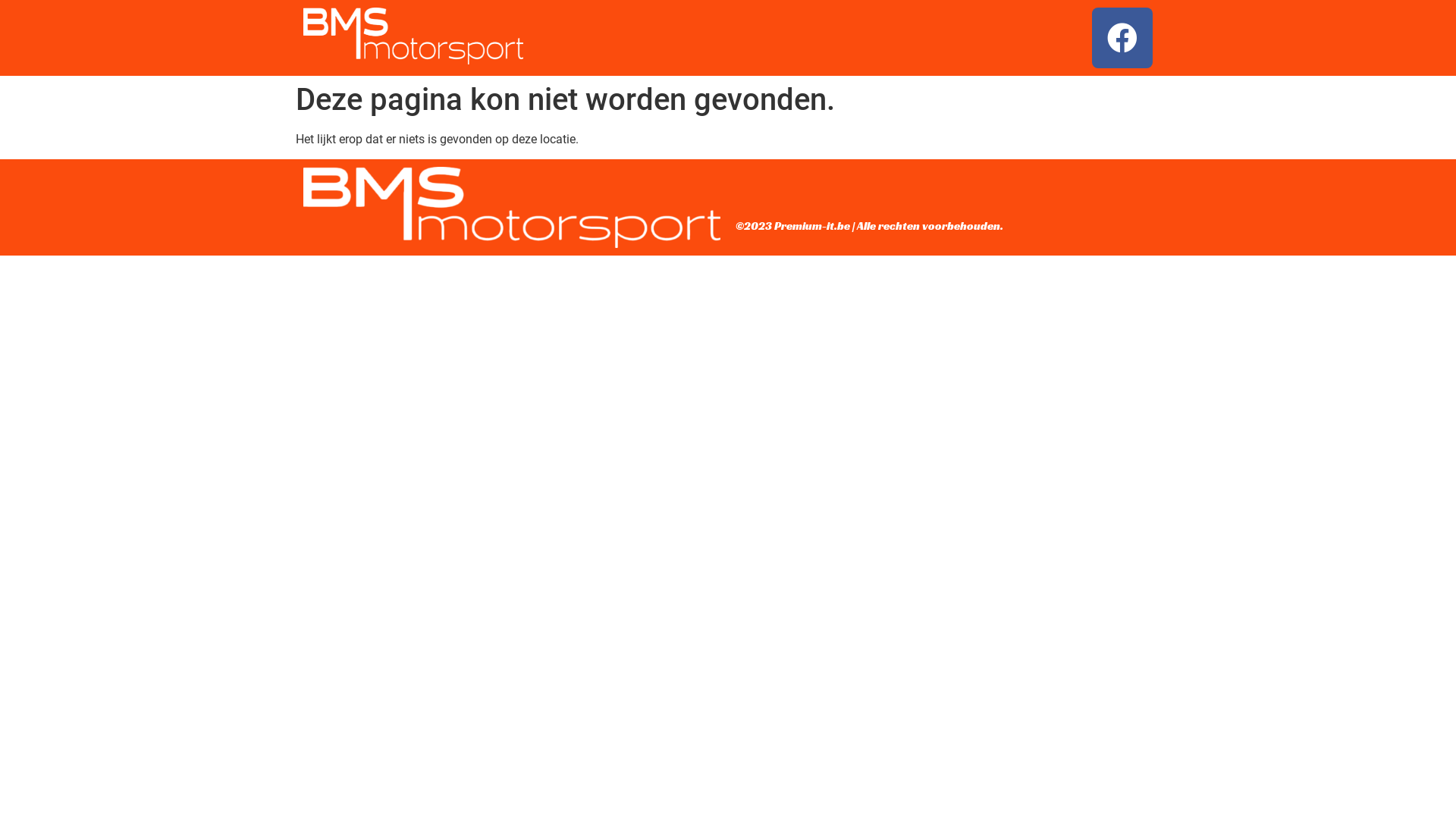 This screenshot has height=819, width=1456. What do you see at coordinates (811, 225) in the screenshot?
I see `'Premium-it.be'` at bounding box center [811, 225].